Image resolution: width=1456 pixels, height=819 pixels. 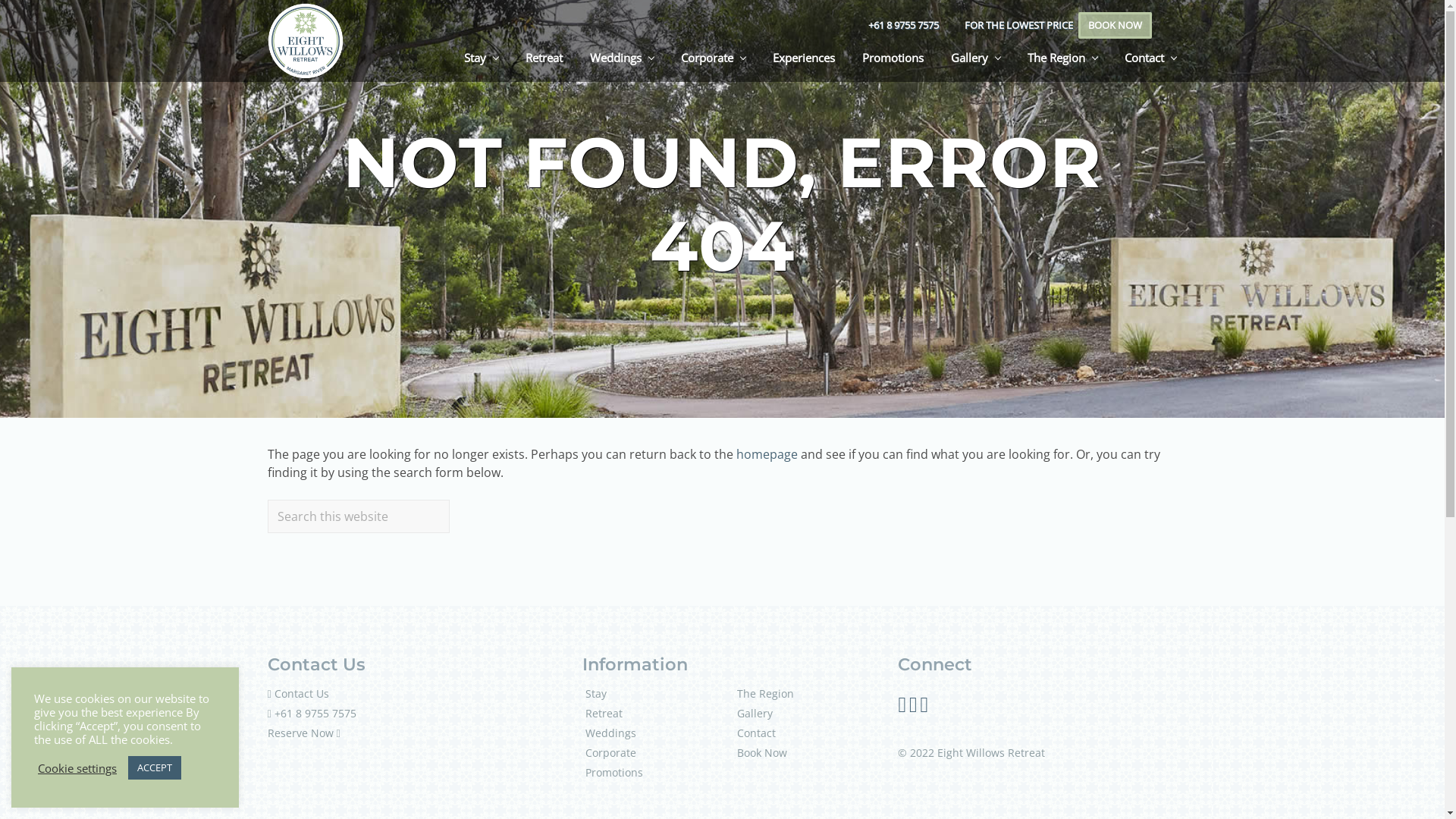 I want to click on 'Experiences', so click(x=802, y=57).